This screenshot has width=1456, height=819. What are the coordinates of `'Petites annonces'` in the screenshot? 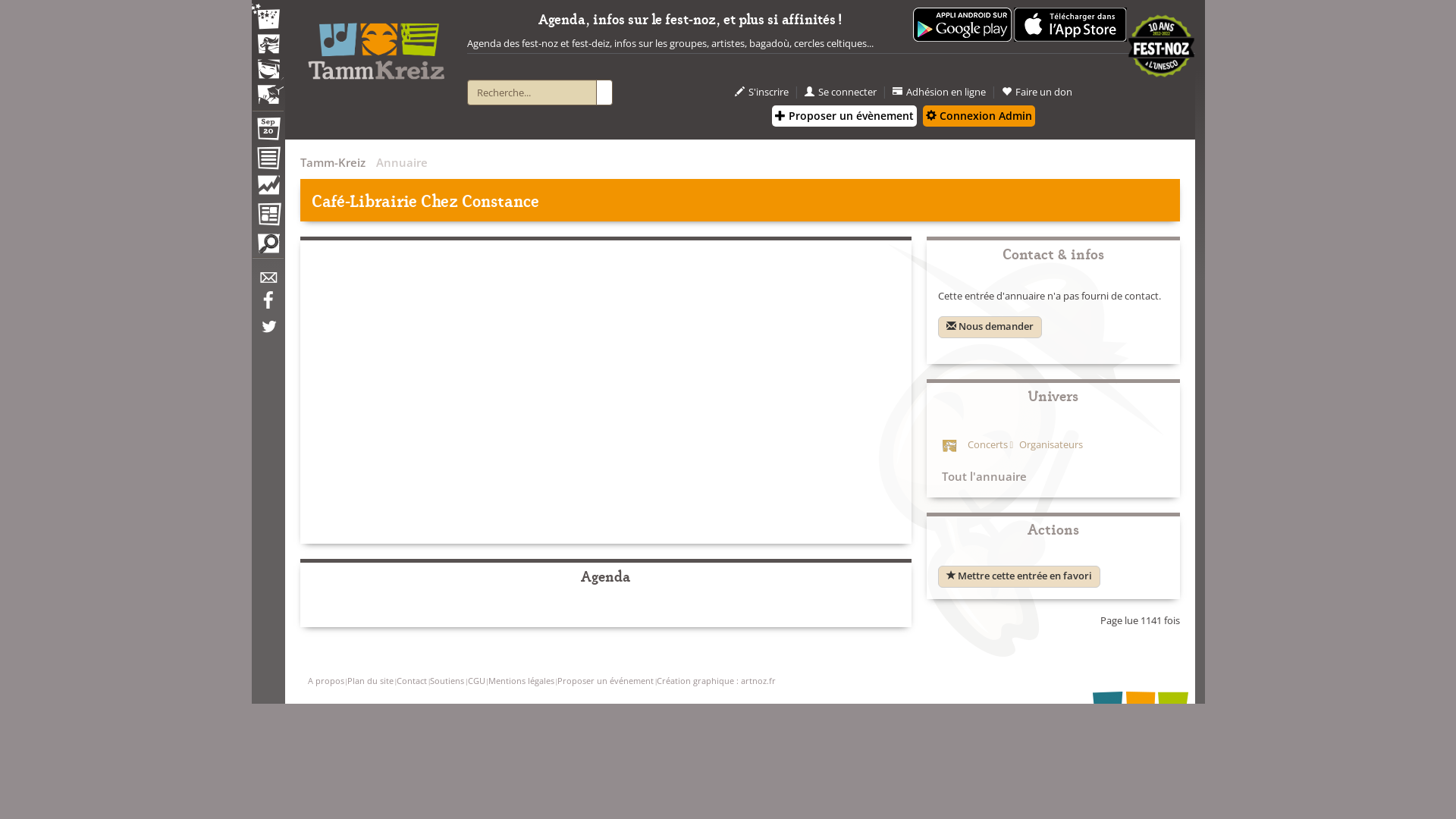 It's located at (268, 246).